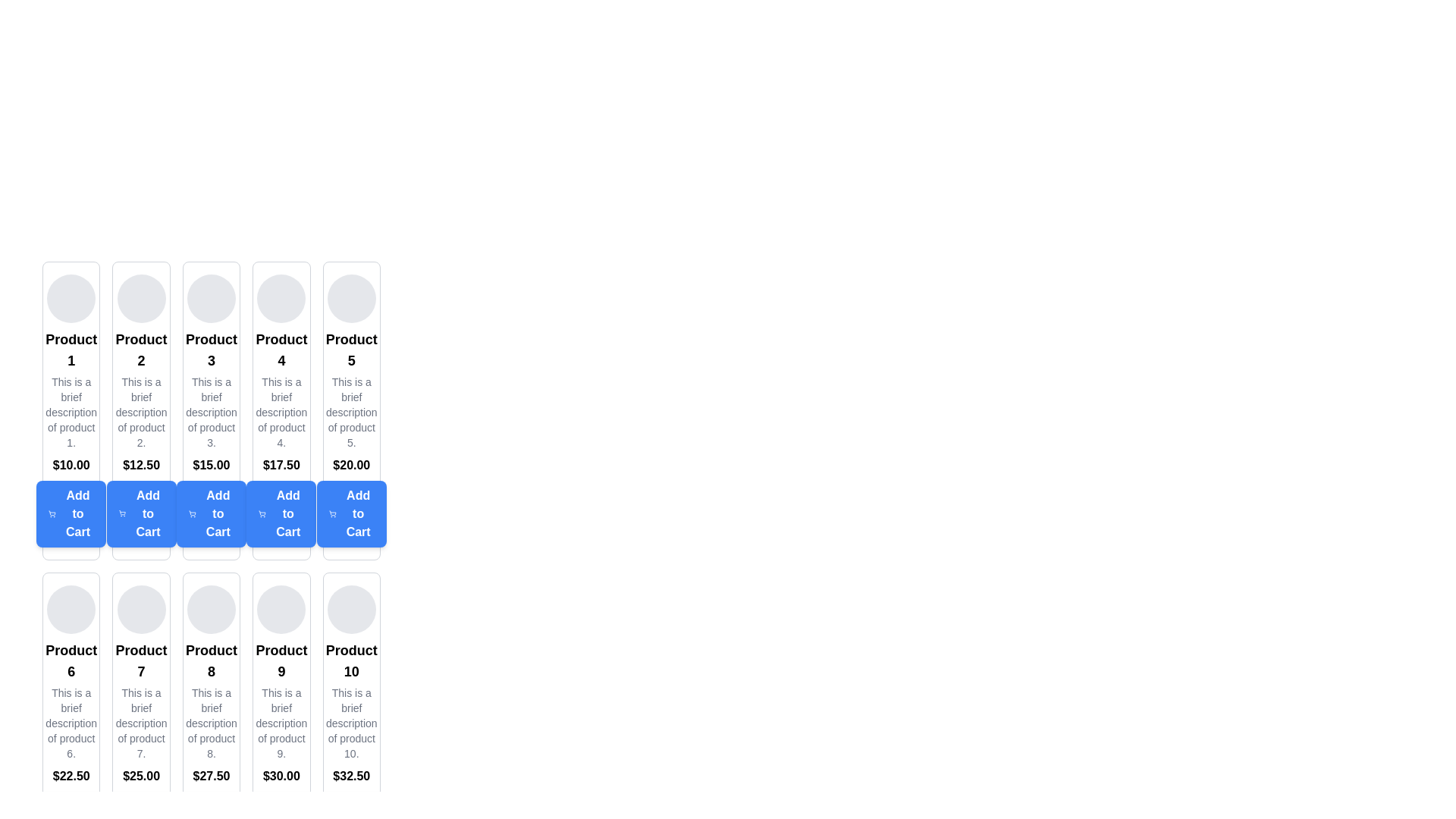 The image size is (1456, 819). Describe the element at coordinates (71, 513) in the screenshot. I see `the 'Add to Cart' button for 'Product 1'` at that location.